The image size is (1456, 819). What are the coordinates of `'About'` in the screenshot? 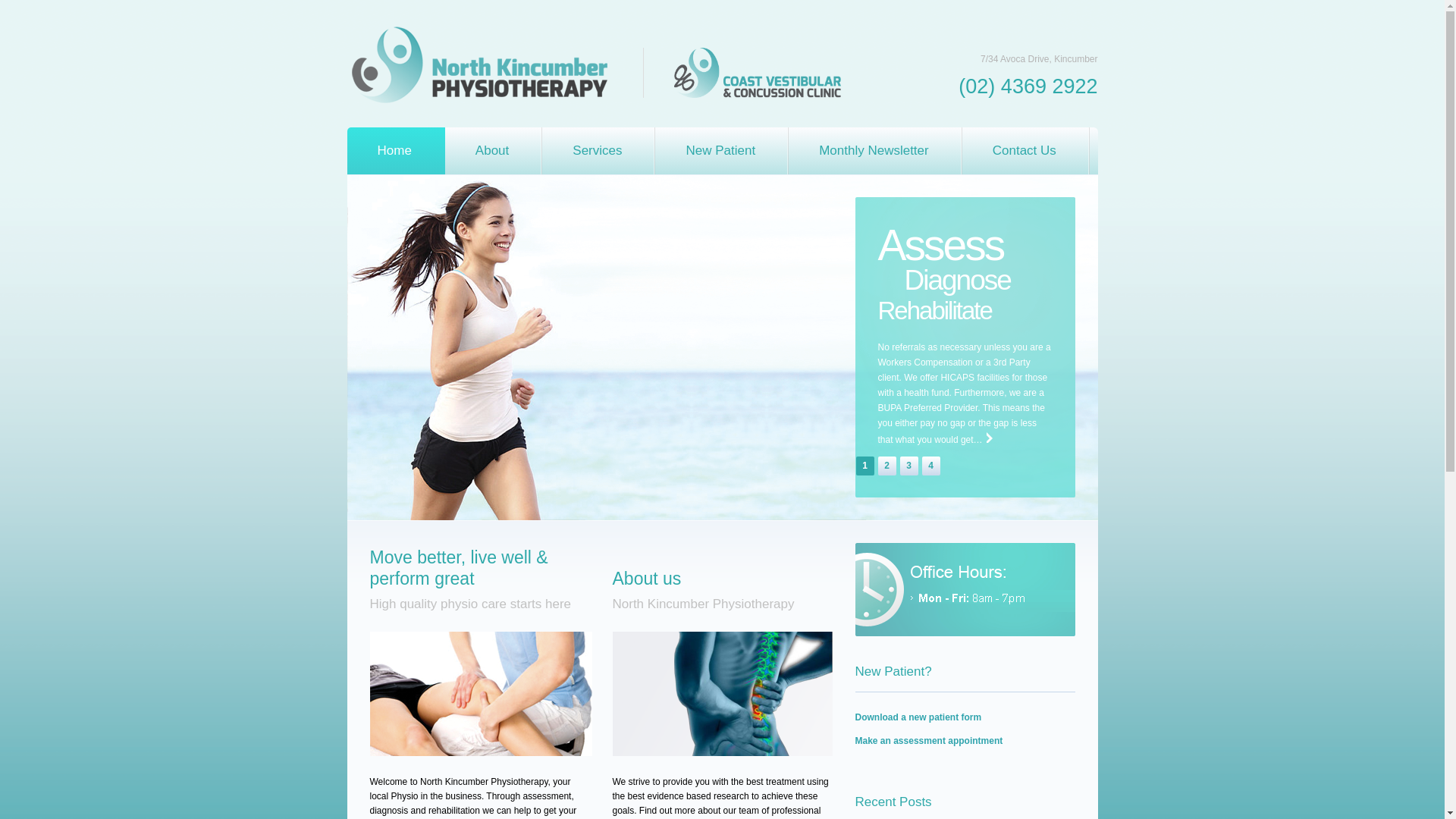 It's located at (444, 151).